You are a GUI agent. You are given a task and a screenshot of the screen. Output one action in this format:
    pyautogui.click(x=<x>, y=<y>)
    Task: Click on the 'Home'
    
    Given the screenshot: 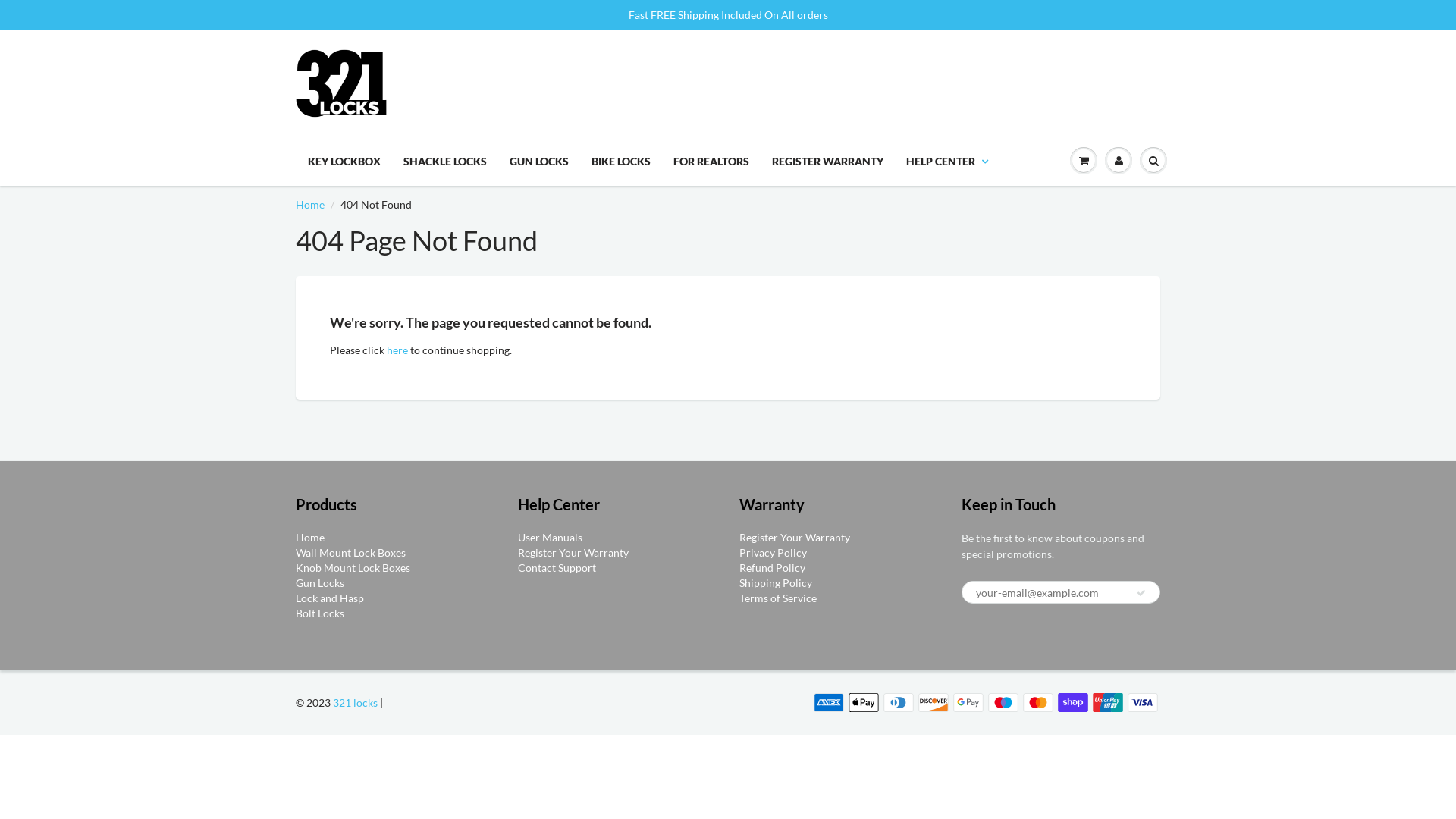 What is the action you would take?
    pyautogui.click(x=309, y=203)
    